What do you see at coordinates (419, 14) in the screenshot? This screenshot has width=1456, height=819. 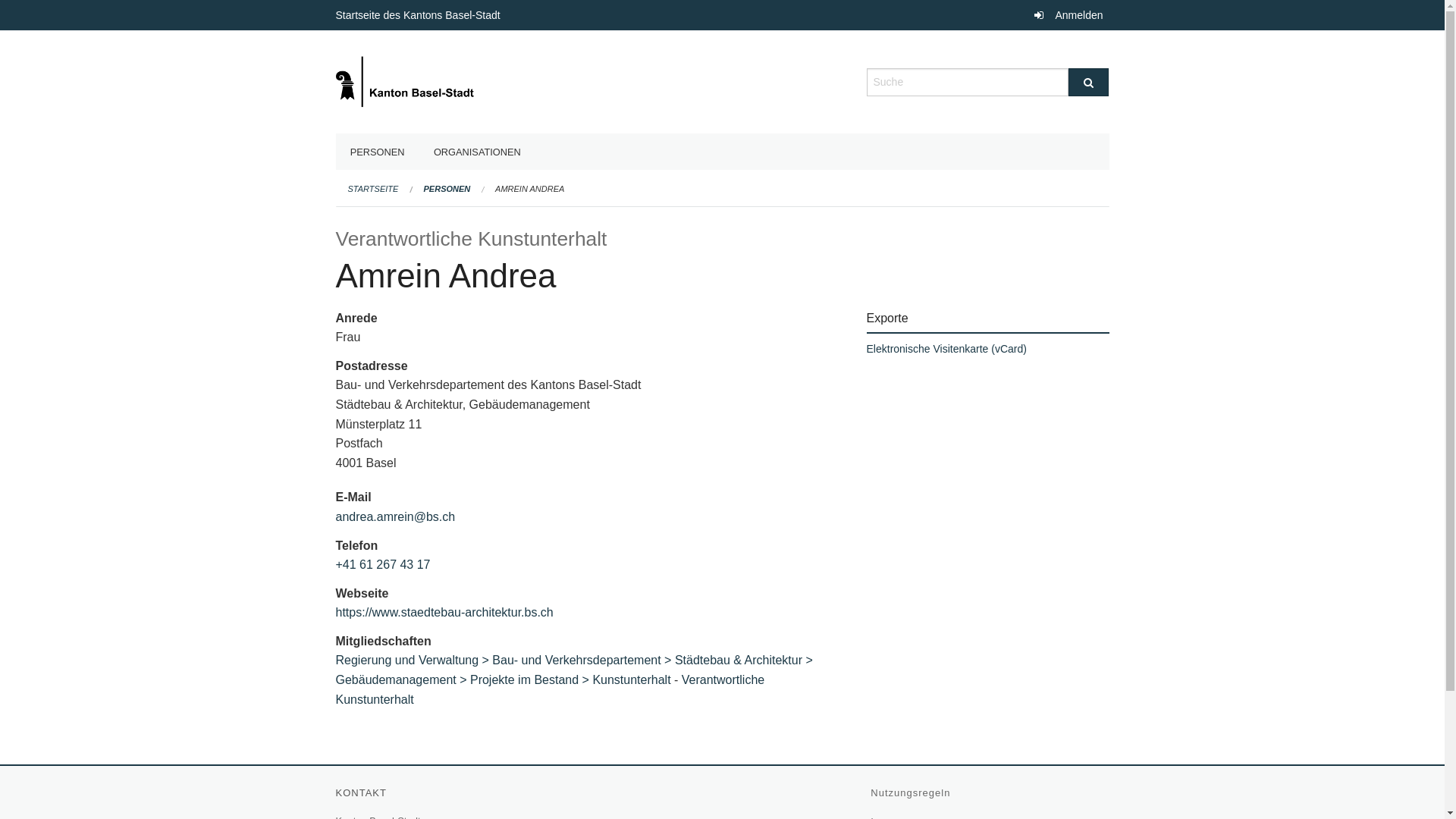 I see `'Startseite des Kantons Basel-Stadt` at bounding box center [419, 14].